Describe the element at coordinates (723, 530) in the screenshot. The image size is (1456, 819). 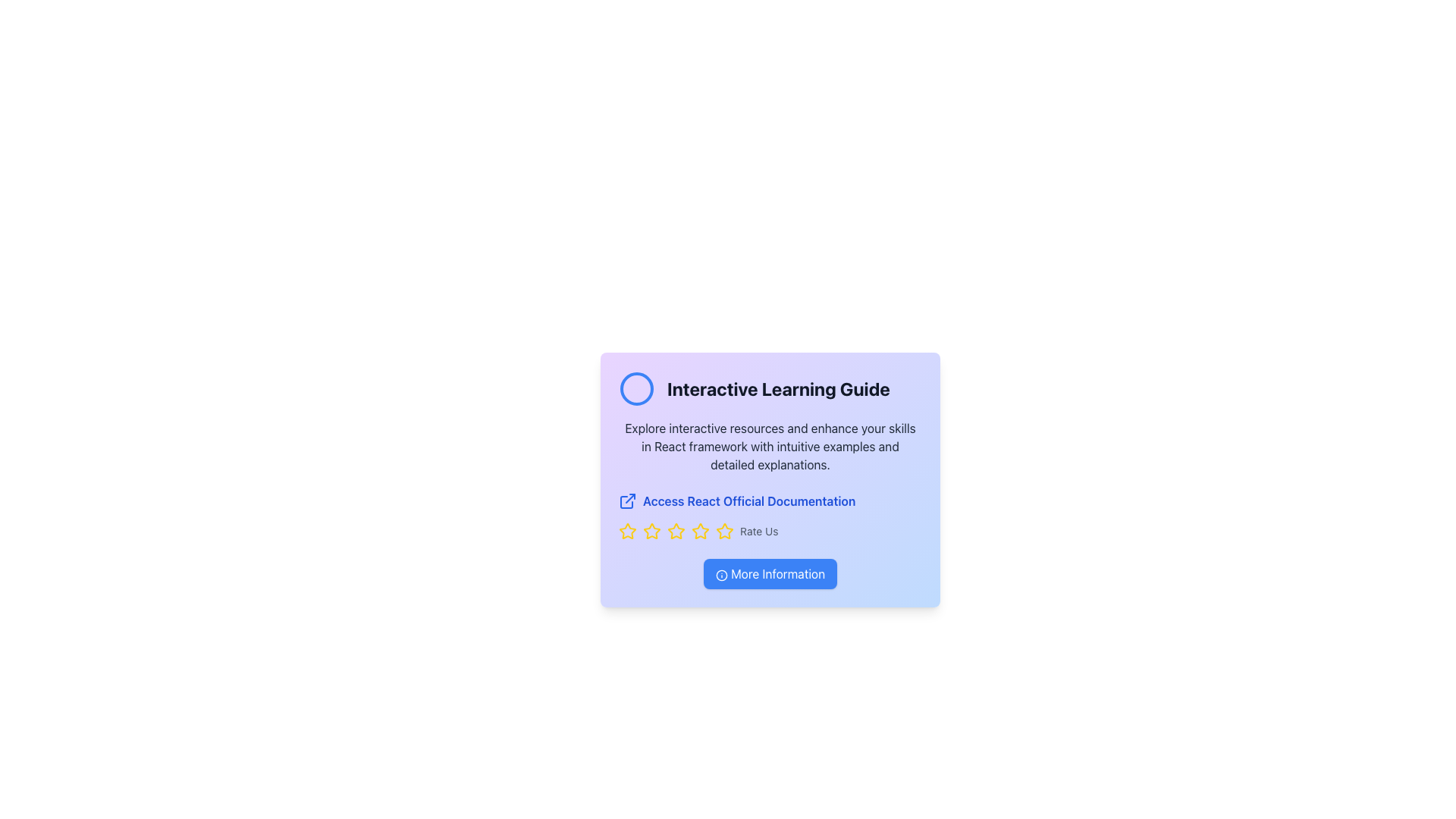
I see `the yellow star icon` at that location.